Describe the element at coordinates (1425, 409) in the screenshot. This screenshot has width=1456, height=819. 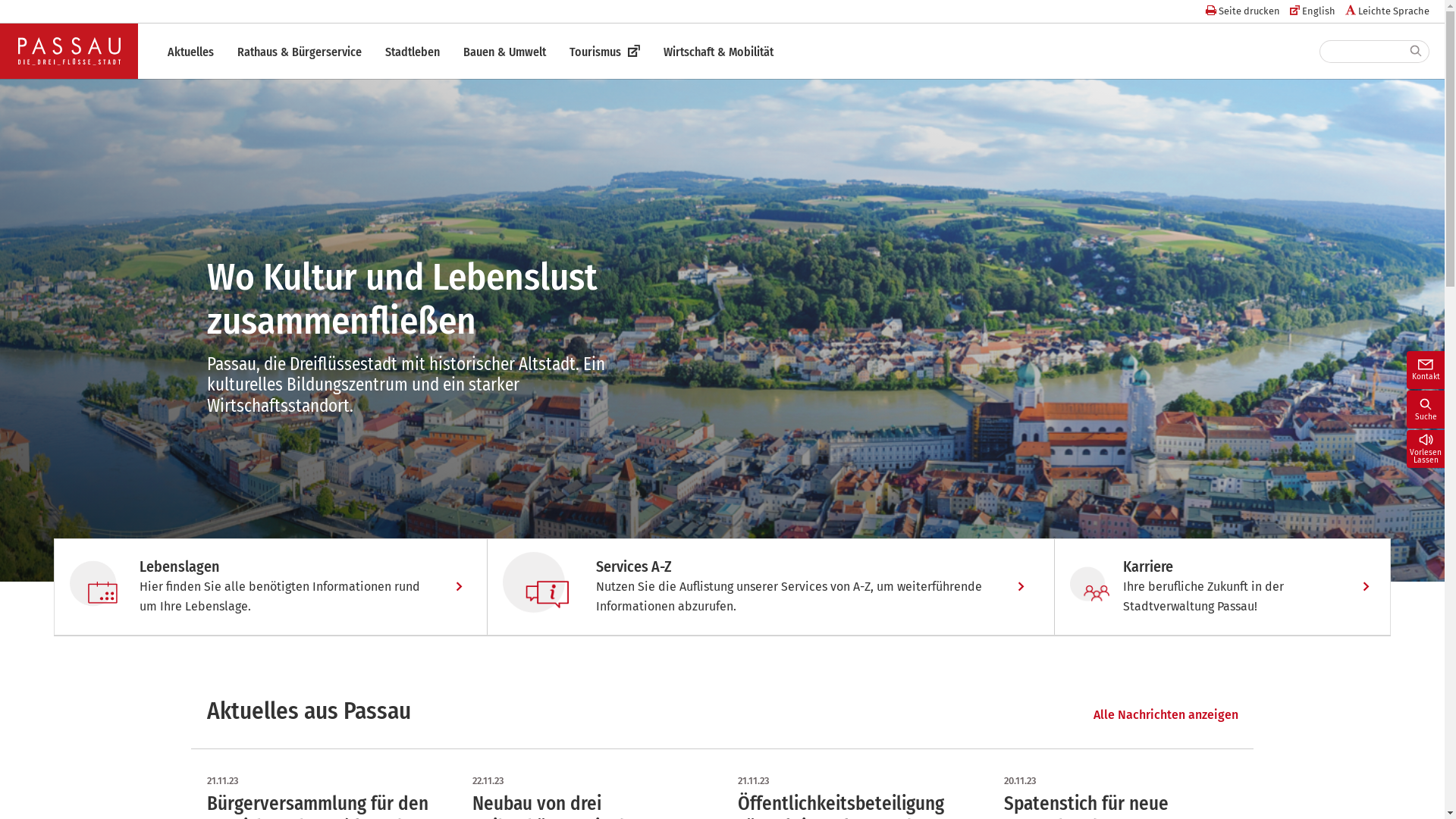
I see `'Suche'` at that location.